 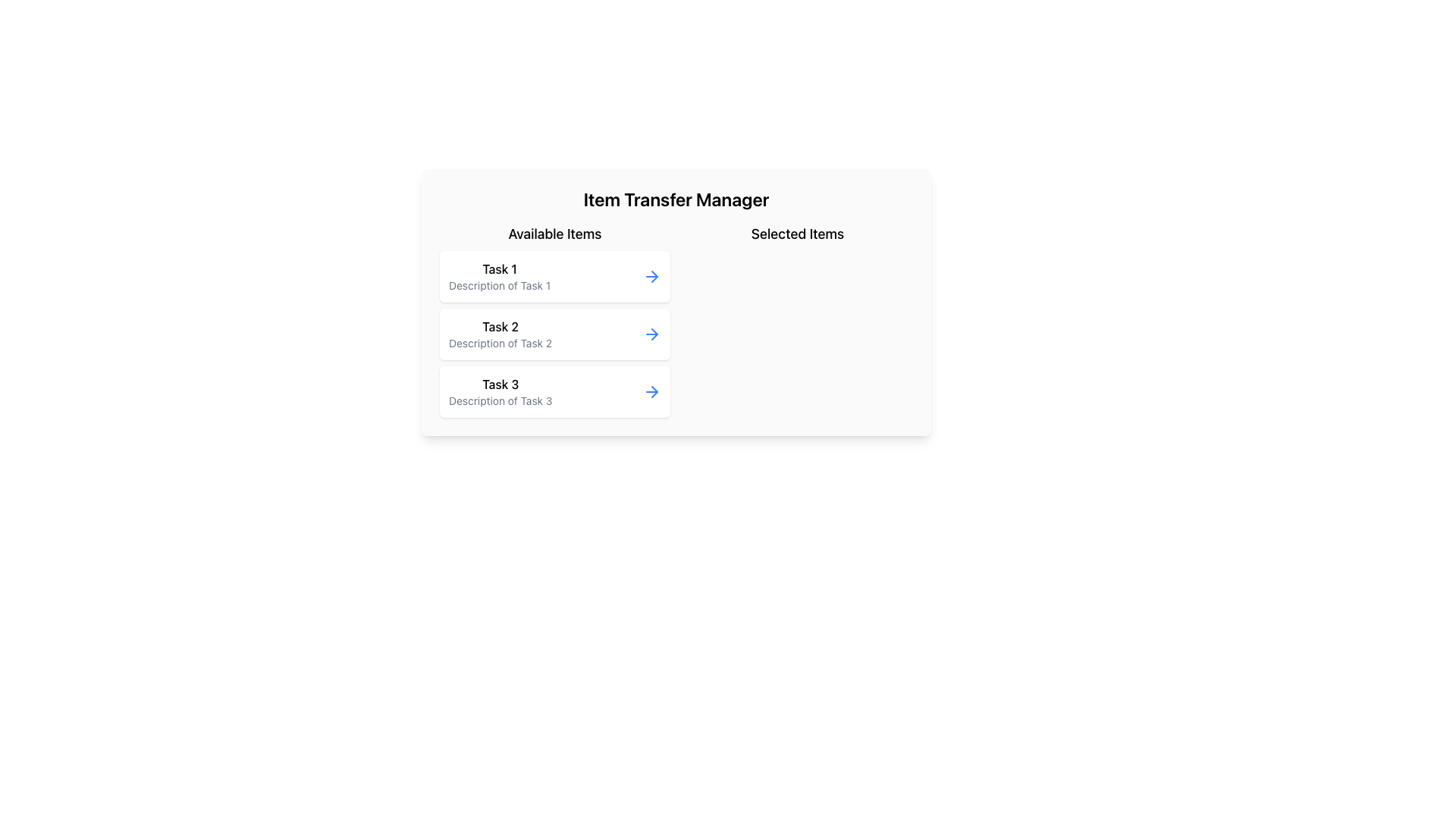 I want to click on the third list item displaying 'Task 3' under the 'Available Items' heading in the 'Item Transfer Manager' interface, so click(x=500, y=391).